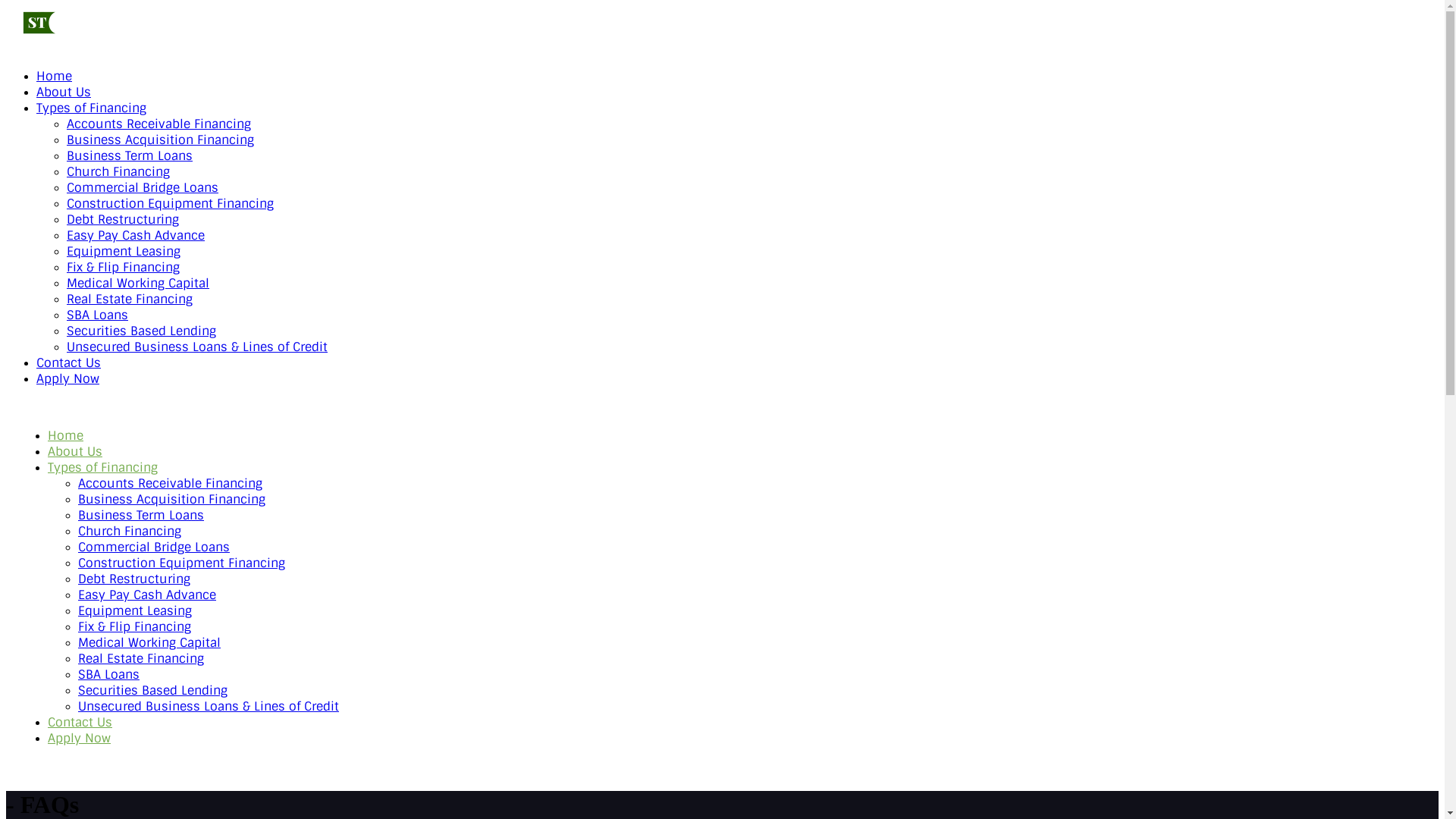 The image size is (1456, 819). Describe the element at coordinates (54, 76) in the screenshot. I see `'Home'` at that location.